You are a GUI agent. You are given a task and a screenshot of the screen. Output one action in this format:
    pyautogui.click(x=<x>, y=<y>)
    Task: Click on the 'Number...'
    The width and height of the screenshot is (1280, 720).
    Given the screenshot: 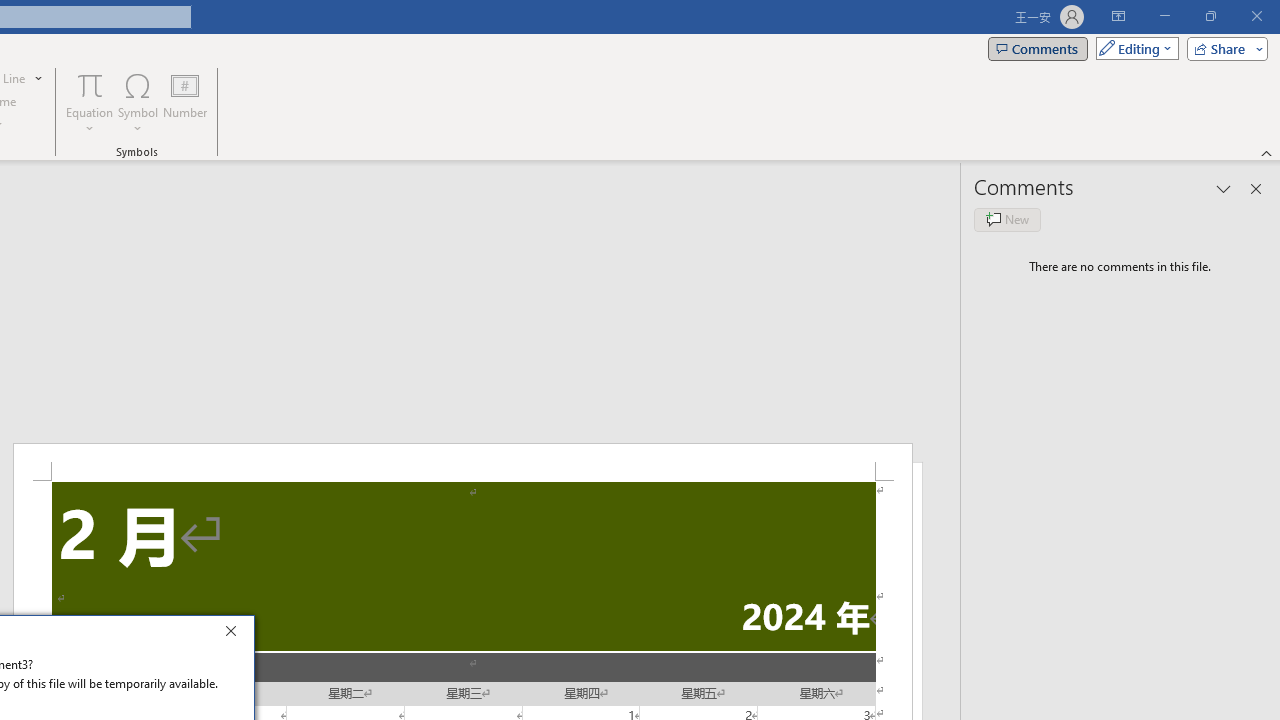 What is the action you would take?
    pyautogui.click(x=185, y=103)
    